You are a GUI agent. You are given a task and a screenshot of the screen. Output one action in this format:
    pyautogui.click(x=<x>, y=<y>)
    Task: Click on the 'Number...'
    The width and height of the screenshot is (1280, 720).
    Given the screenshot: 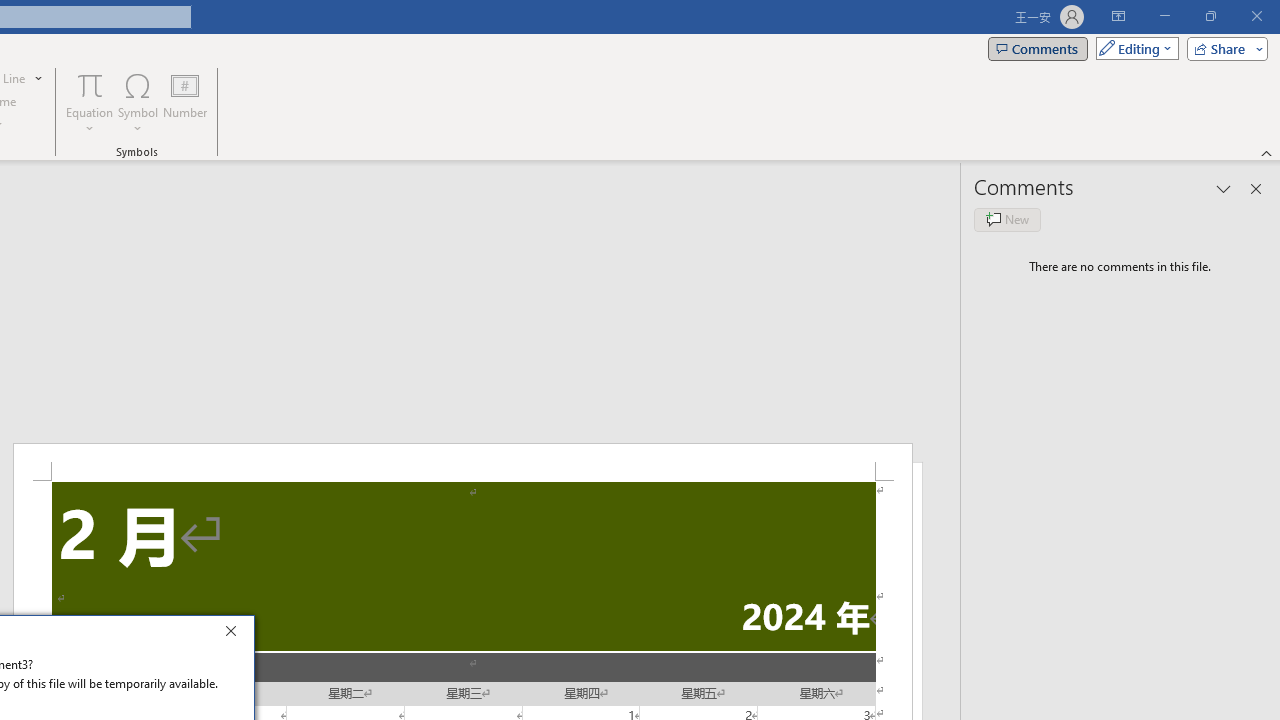 What is the action you would take?
    pyautogui.click(x=185, y=103)
    